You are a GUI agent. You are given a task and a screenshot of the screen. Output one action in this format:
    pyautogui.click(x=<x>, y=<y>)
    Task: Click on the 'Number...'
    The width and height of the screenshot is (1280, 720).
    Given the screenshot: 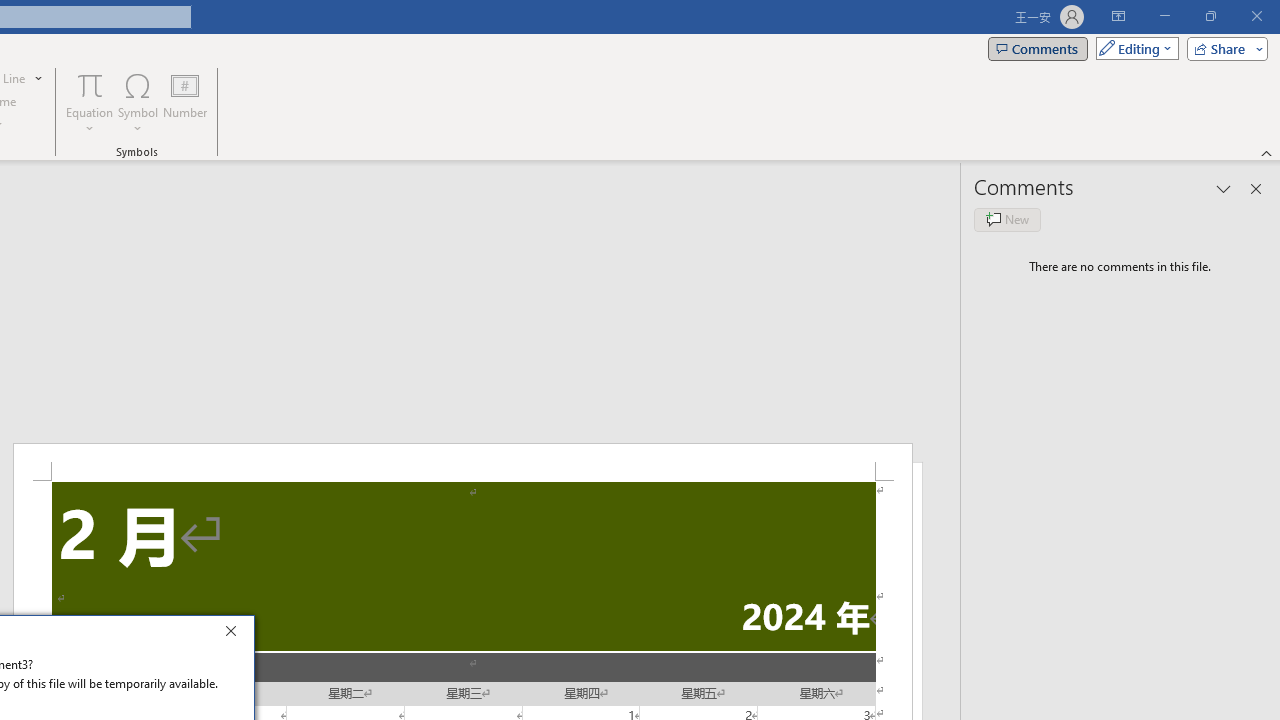 What is the action you would take?
    pyautogui.click(x=185, y=103)
    